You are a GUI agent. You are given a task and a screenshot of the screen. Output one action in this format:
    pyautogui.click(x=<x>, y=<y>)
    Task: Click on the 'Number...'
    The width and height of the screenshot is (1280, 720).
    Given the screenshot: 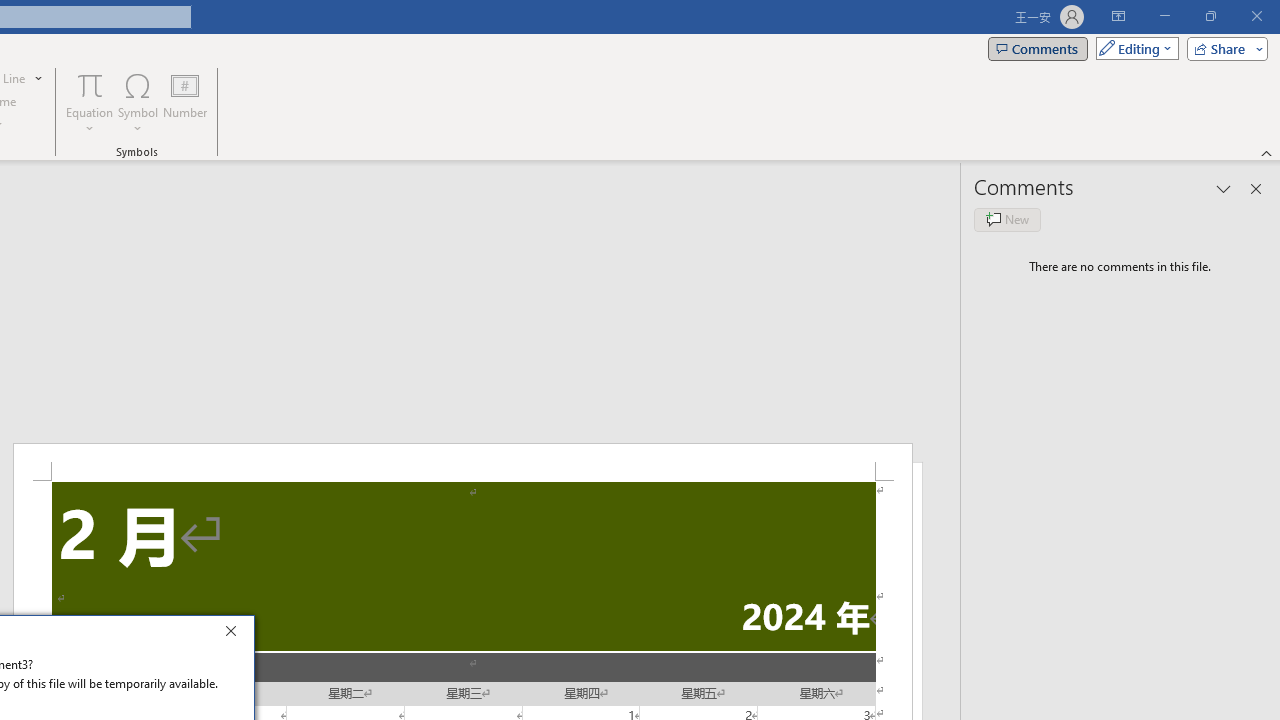 What is the action you would take?
    pyautogui.click(x=185, y=103)
    